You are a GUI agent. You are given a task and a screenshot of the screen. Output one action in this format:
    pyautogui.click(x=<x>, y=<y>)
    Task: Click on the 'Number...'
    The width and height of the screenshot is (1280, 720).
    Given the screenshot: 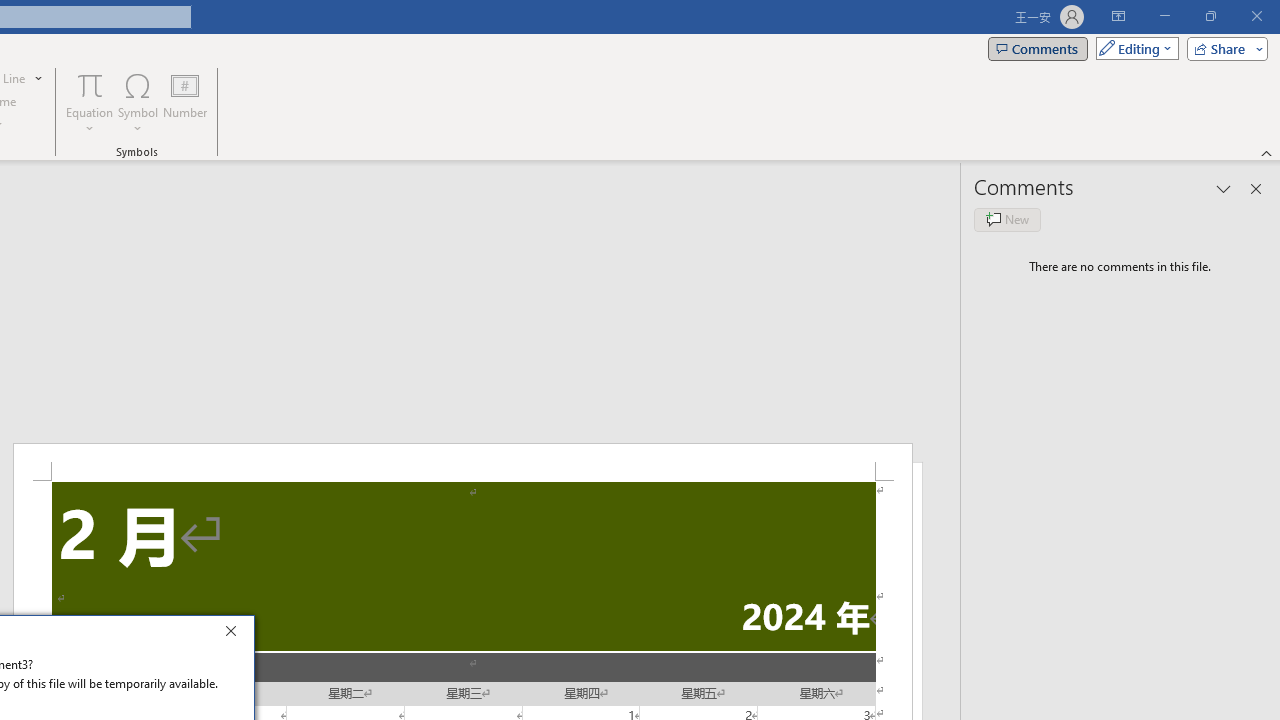 What is the action you would take?
    pyautogui.click(x=185, y=103)
    